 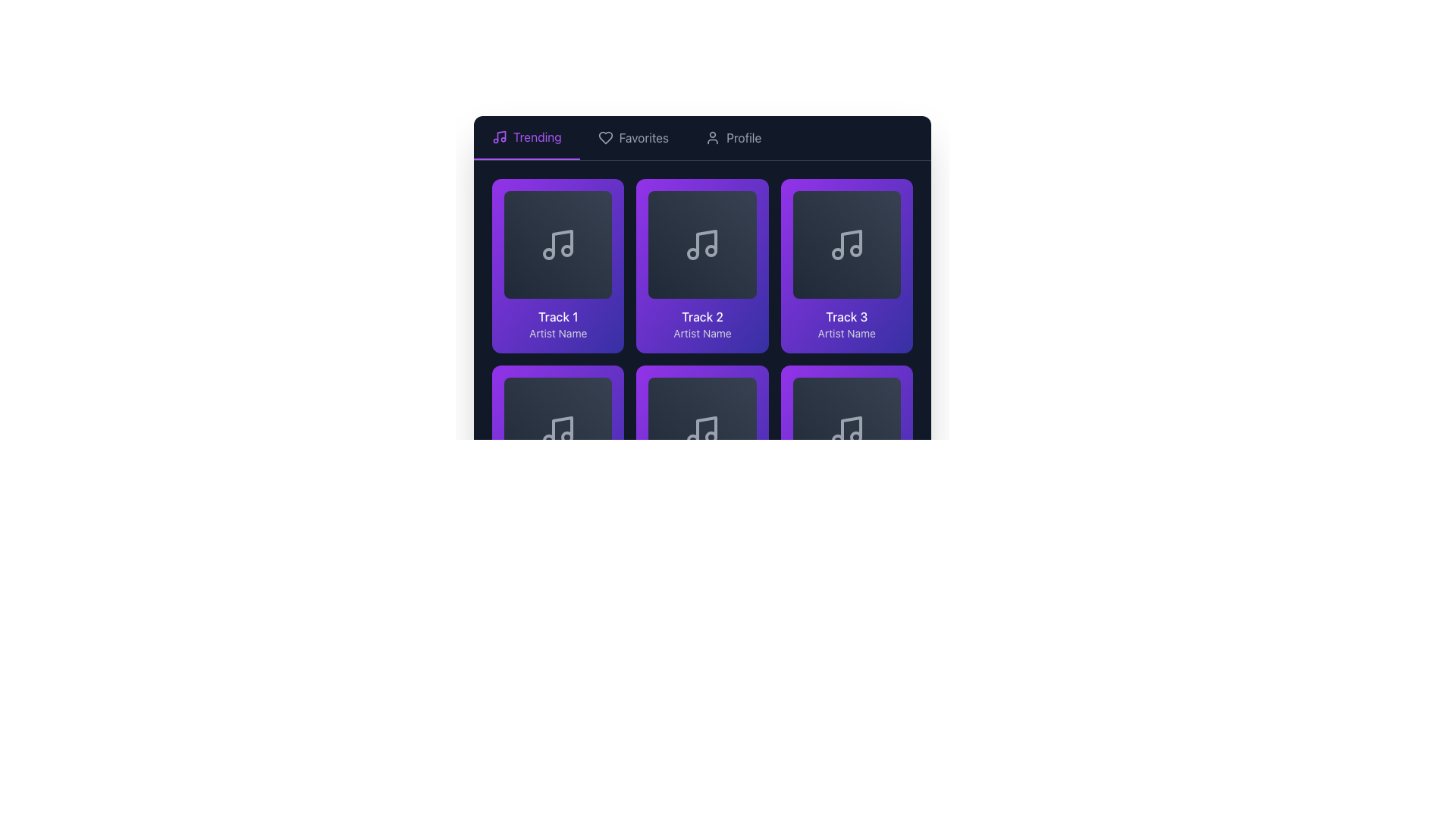 I want to click on the 'Favorites' icon located in the top navigation bar, positioned between the 'Trending' and 'Profile' options, so click(x=604, y=137).